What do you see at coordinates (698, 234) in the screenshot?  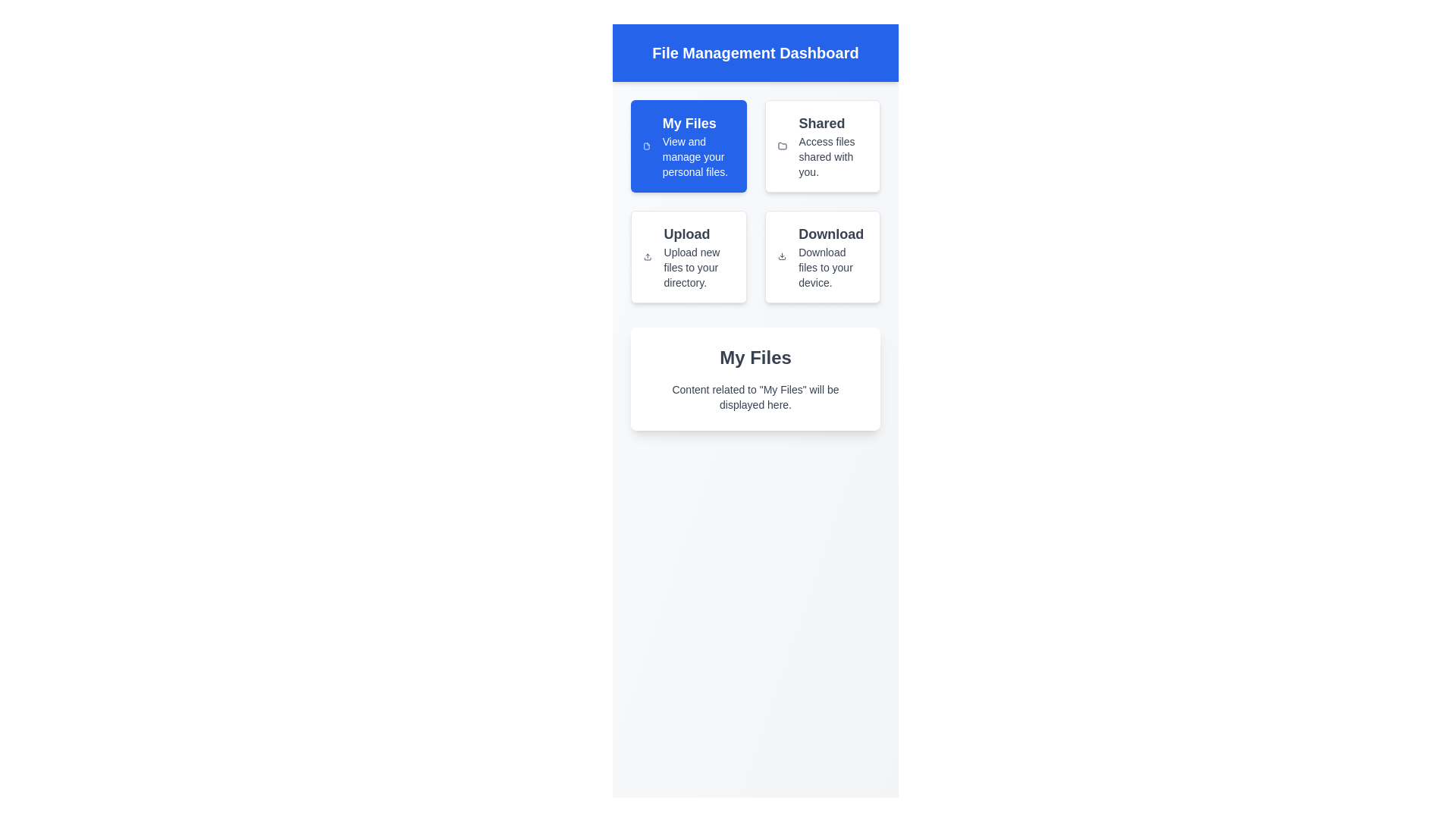 I see `the Text Label that serves as a title for the file uploading functionality, located in the second row, left column of a grid layout, above the description 'Upload new files to your directory.'` at bounding box center [698, 234].